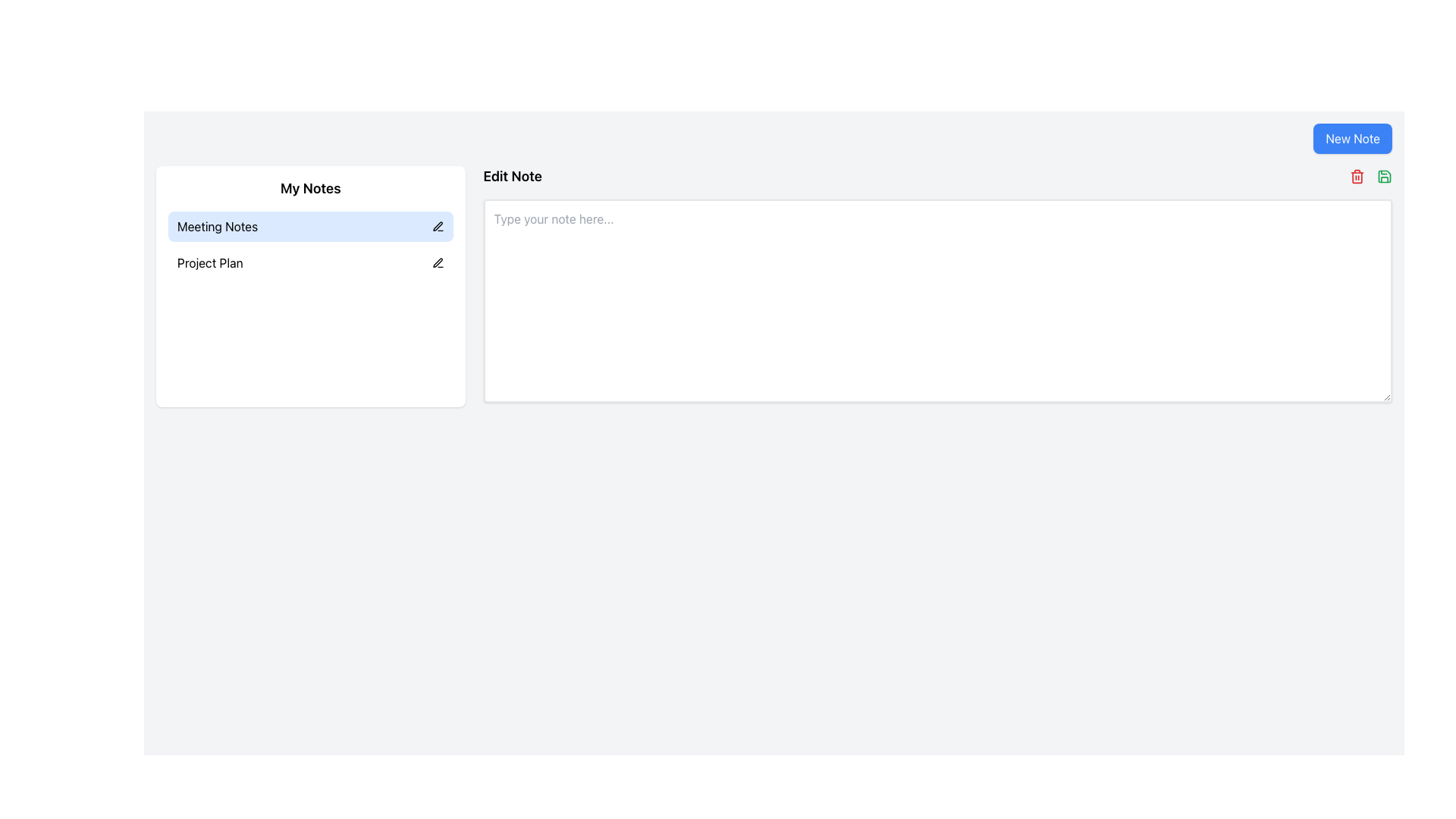  I want to click on the 'New Note' button located in the top-right corner of the interface, so click(1353, 138).